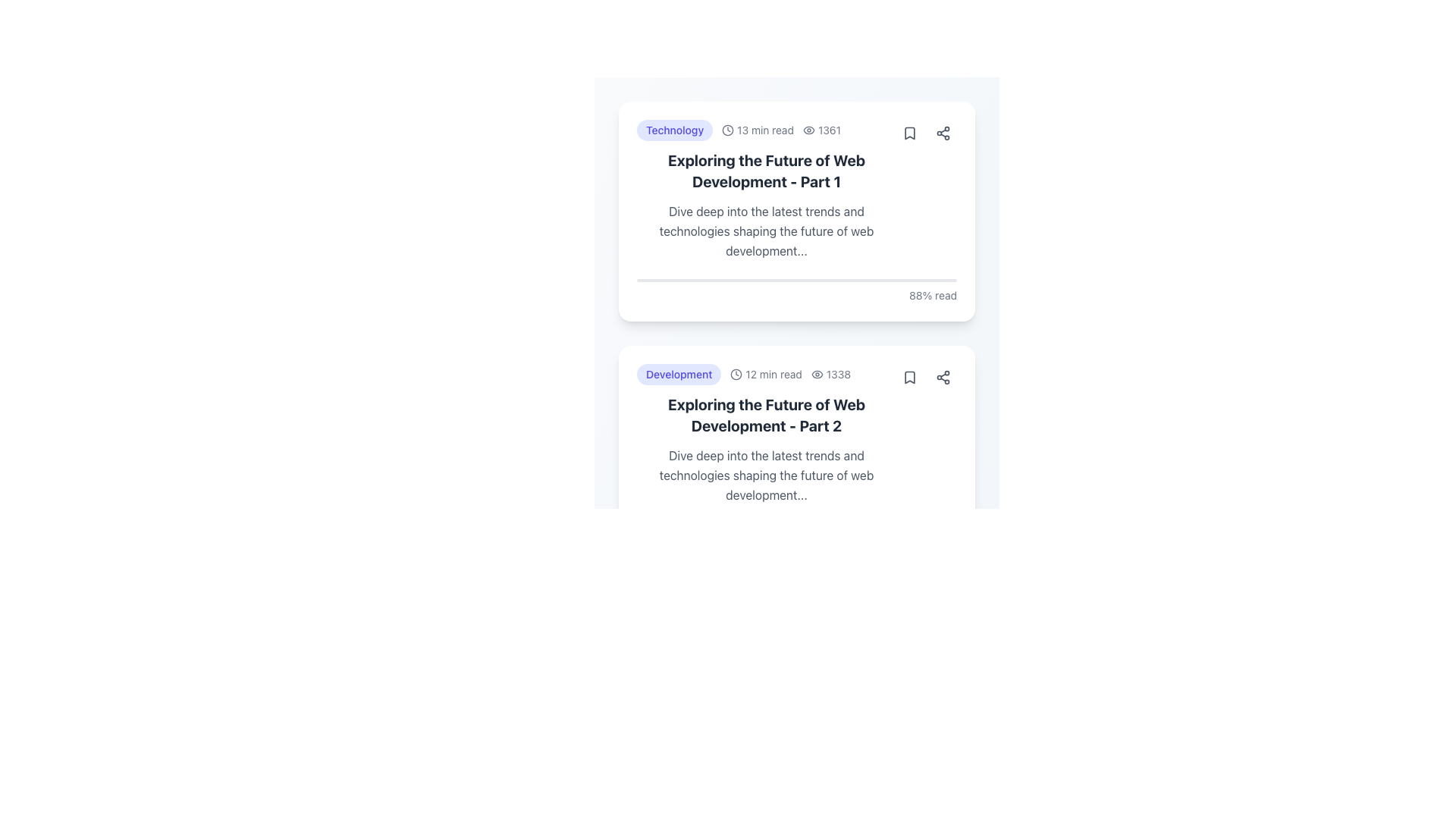 The width and height of the screenshot is (1456, 819). I want to click on the pill-shaped badge labeled 'Development' with a light purple background and blue text, positioned at the upper-left of the article card 'Exploring the Future of Web Development - Part 2', so click(678, 374).